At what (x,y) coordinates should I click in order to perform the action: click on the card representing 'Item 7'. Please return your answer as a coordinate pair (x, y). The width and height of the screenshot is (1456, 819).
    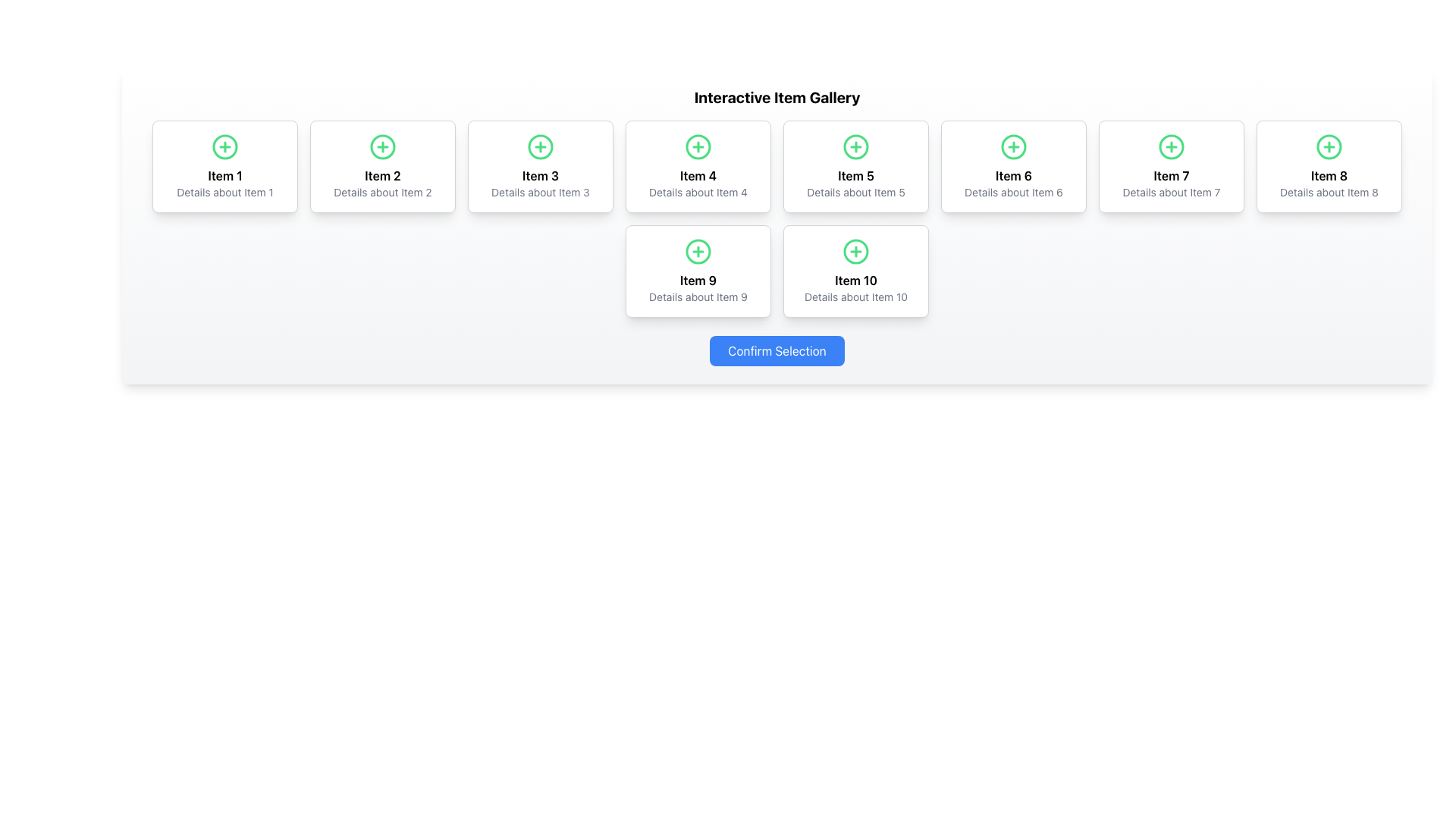
    Looking at the image, I should click on (1171, 166).